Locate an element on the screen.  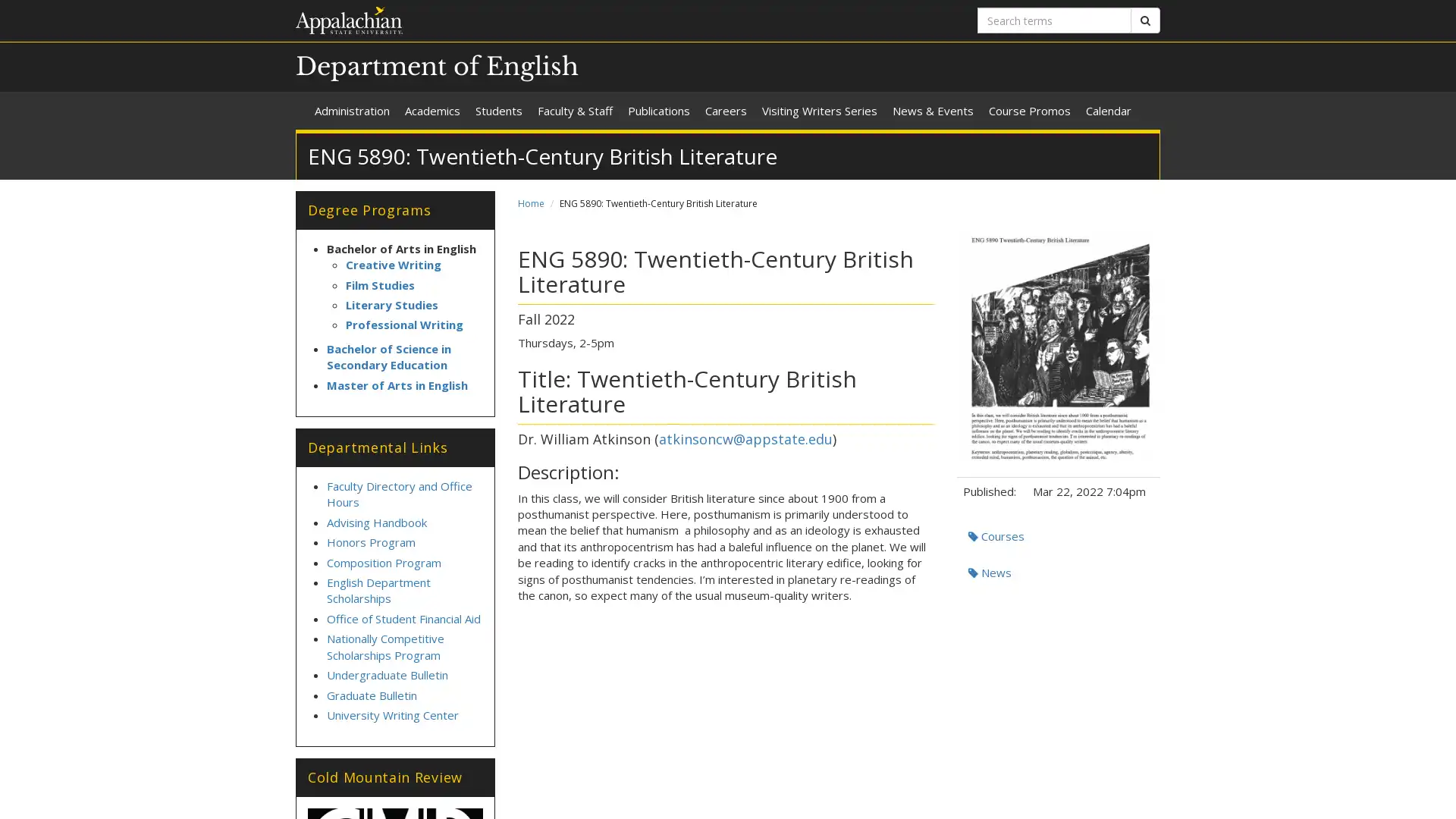
Search is located at coordinates (1145, 20).